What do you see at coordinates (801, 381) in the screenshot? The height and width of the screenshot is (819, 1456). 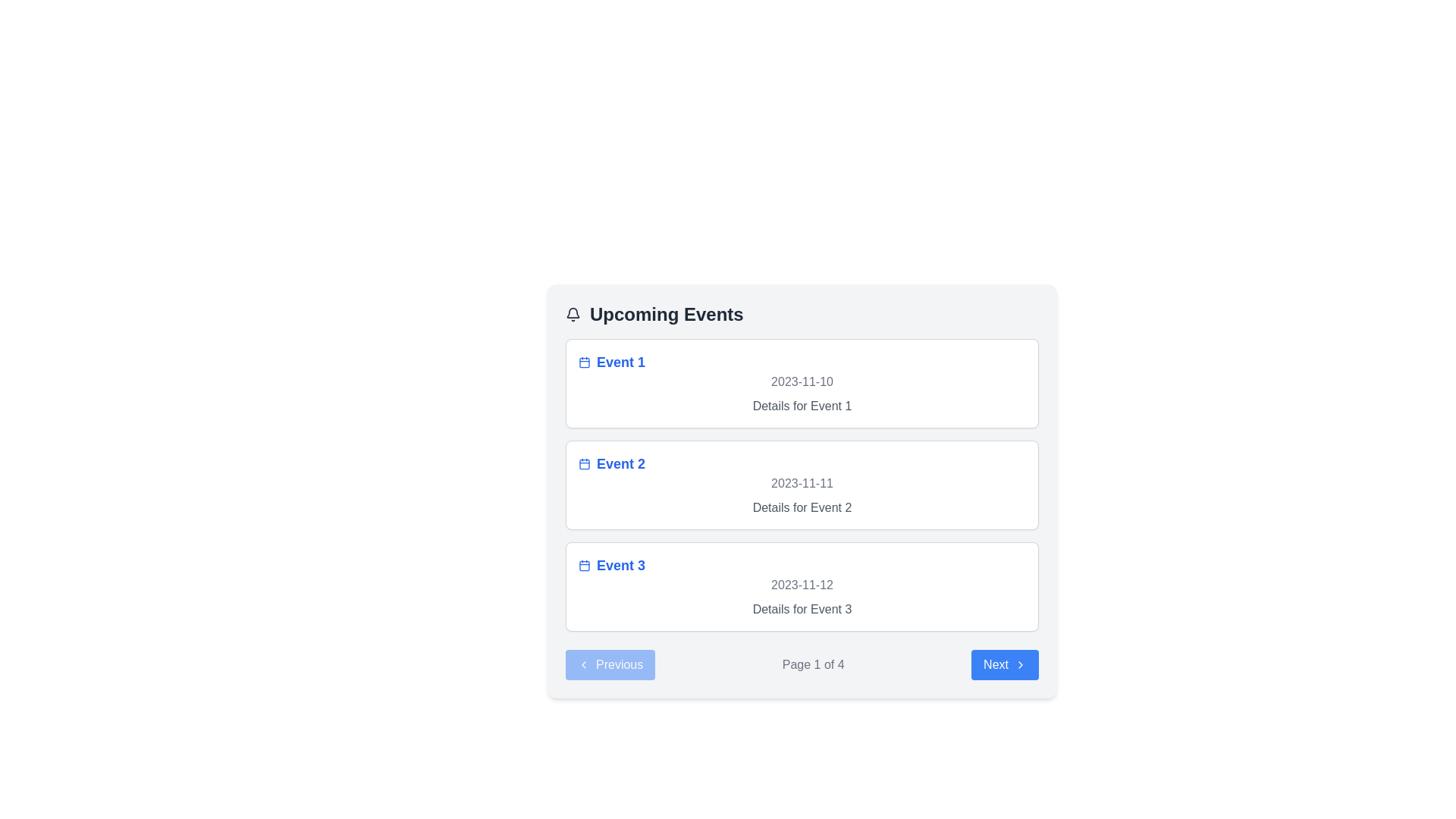 I see `the text label displaying the date '2023-11-10' located within the details section of the 'Event 1' card, positioned below the event title` at bounding box center [801, 381].